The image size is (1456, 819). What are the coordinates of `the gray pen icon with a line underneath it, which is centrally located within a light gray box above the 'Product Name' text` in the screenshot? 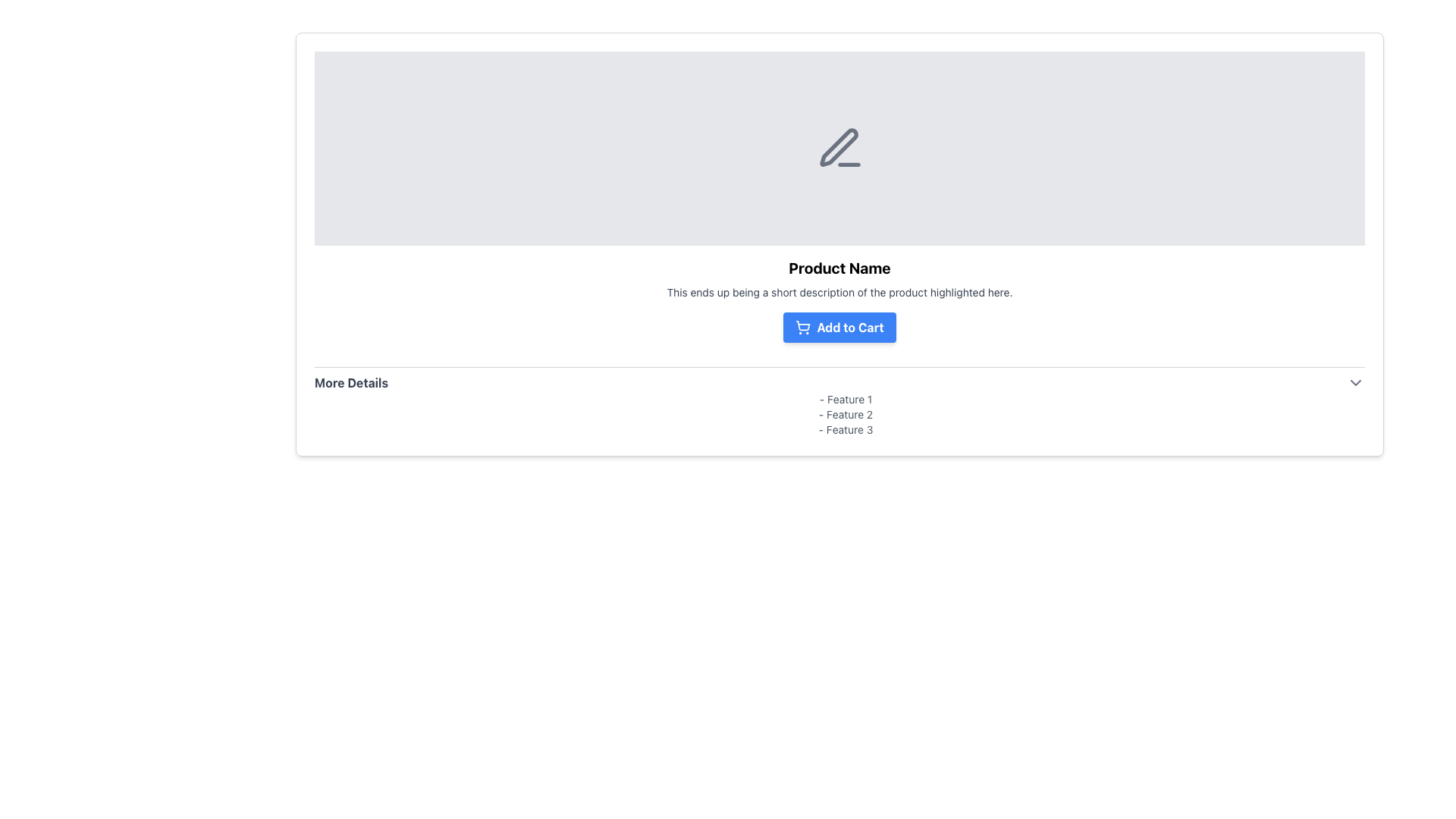 It's located at (839, 149).